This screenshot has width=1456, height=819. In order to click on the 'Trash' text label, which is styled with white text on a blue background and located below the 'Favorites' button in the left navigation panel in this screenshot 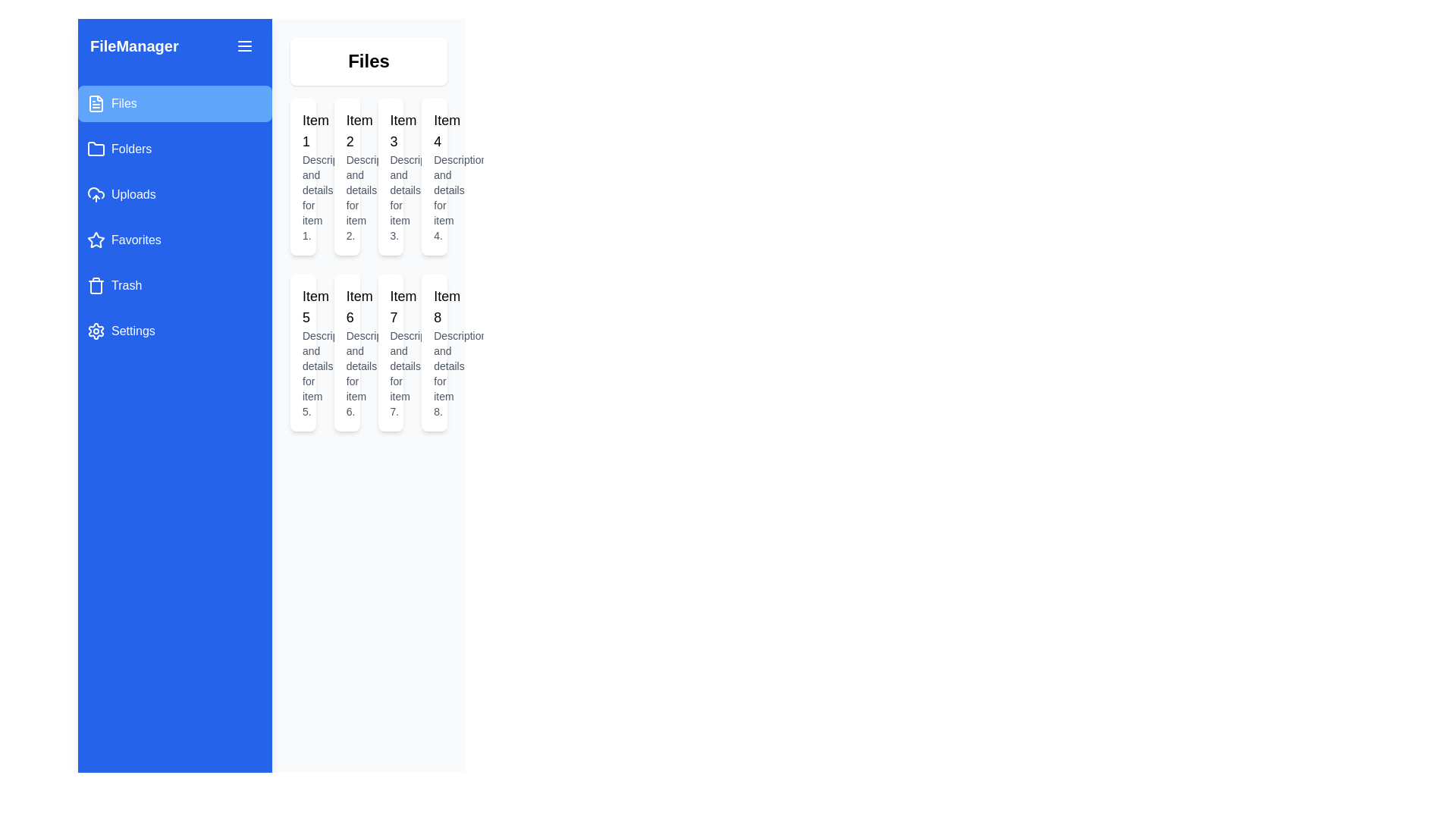, I will do `click(127, 286)`.